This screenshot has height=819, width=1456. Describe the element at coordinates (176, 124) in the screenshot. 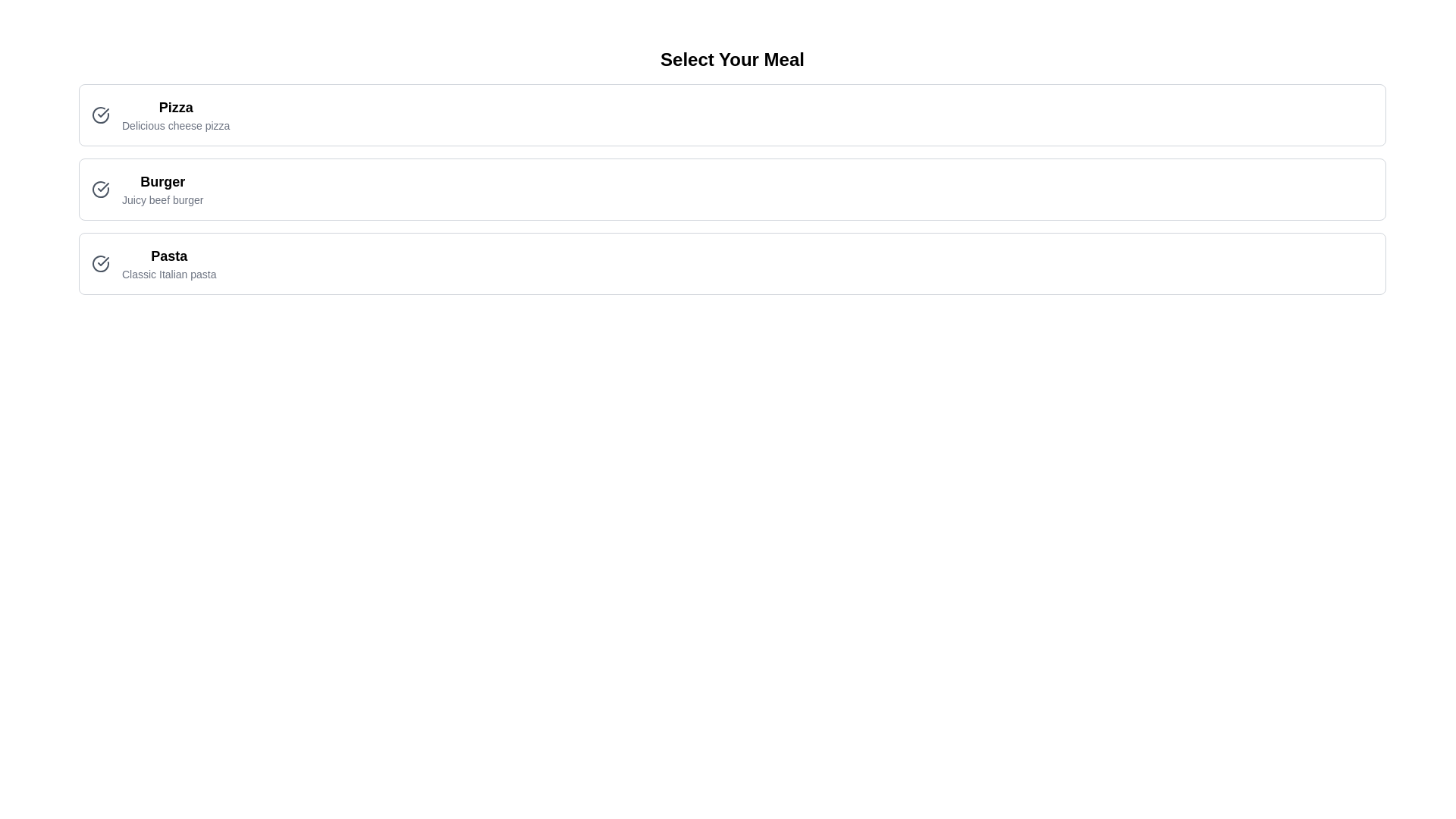

I see `descriptive text label for the meal option 'Pizza', which is located below the title of 'Pizza' in the meal selection list` at that location.